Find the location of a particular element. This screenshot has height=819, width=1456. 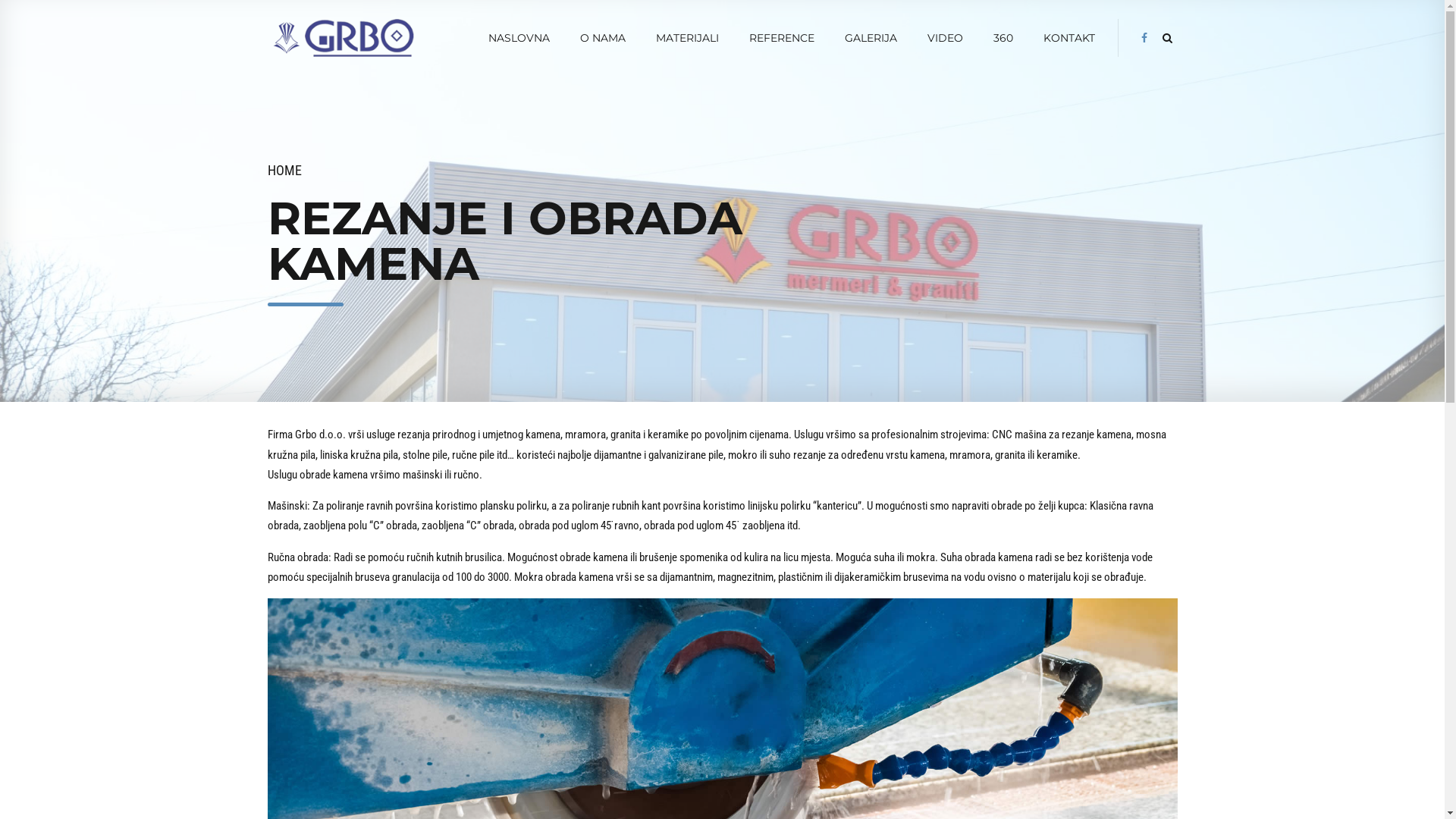

'360' is located at coordinates (1003, 37).